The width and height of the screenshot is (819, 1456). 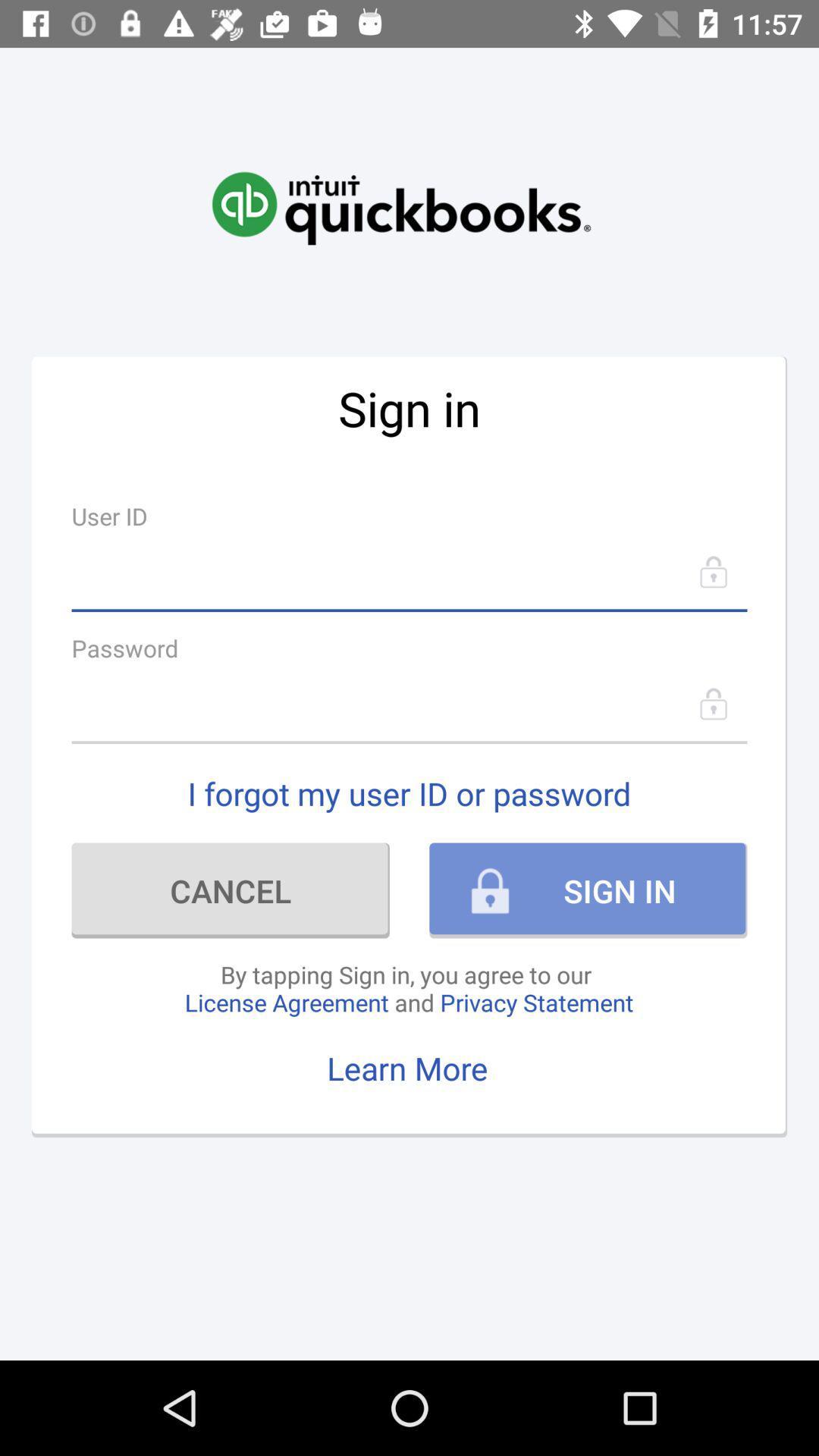 What do you see at coordinates (408, 988) in the screenshot?
I see `the icon above learn more` at bounding box center [408, 988].